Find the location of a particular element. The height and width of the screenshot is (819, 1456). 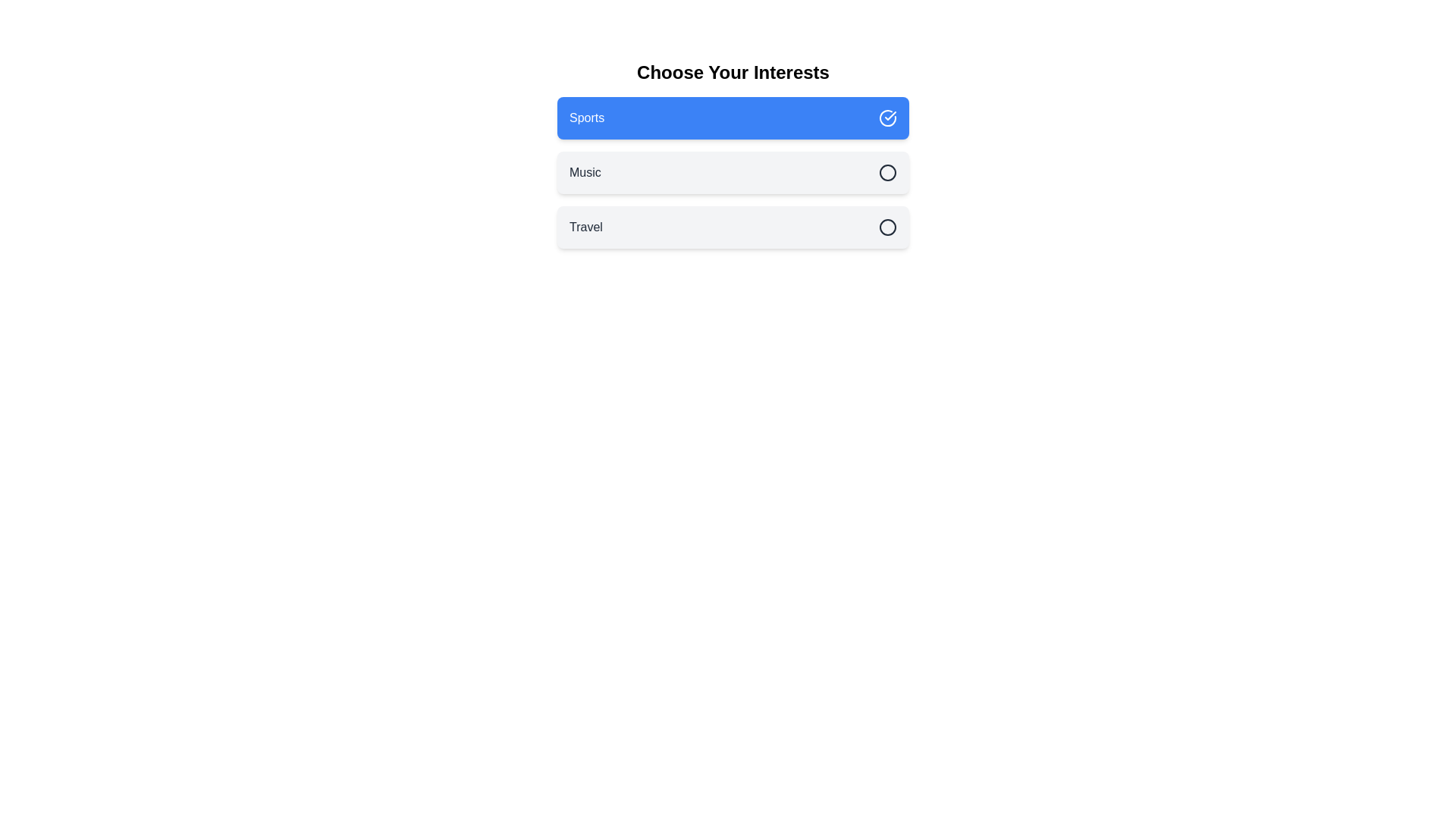

the chip labeled Sports is located at coordinates (733, 117).